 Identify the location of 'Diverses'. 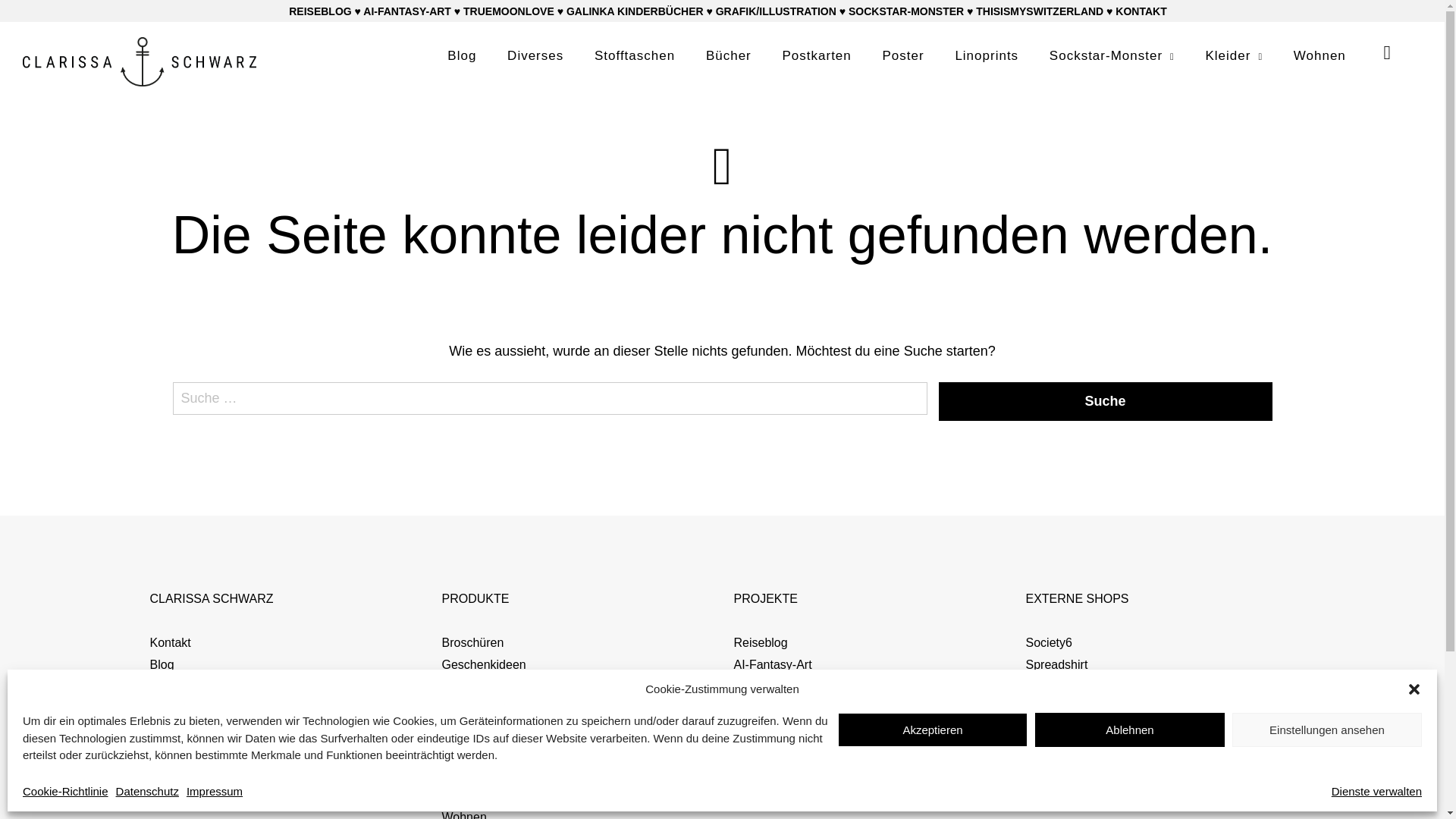
(535, 55).